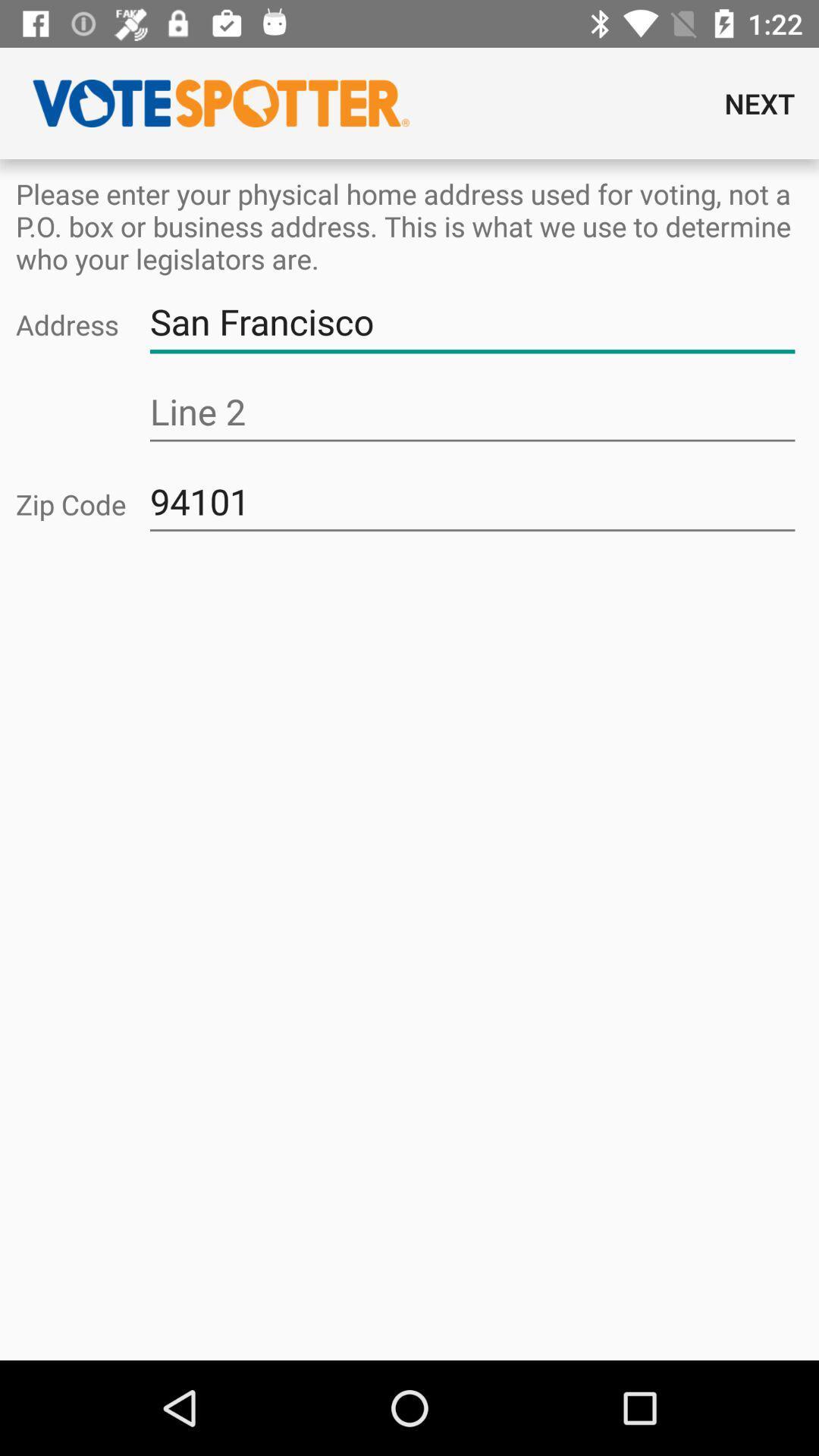 This screenshot has width=819, height=1456. Describe the element at coordinates (472, 412) in the screenshot. I see `shows line2 code` at that location.